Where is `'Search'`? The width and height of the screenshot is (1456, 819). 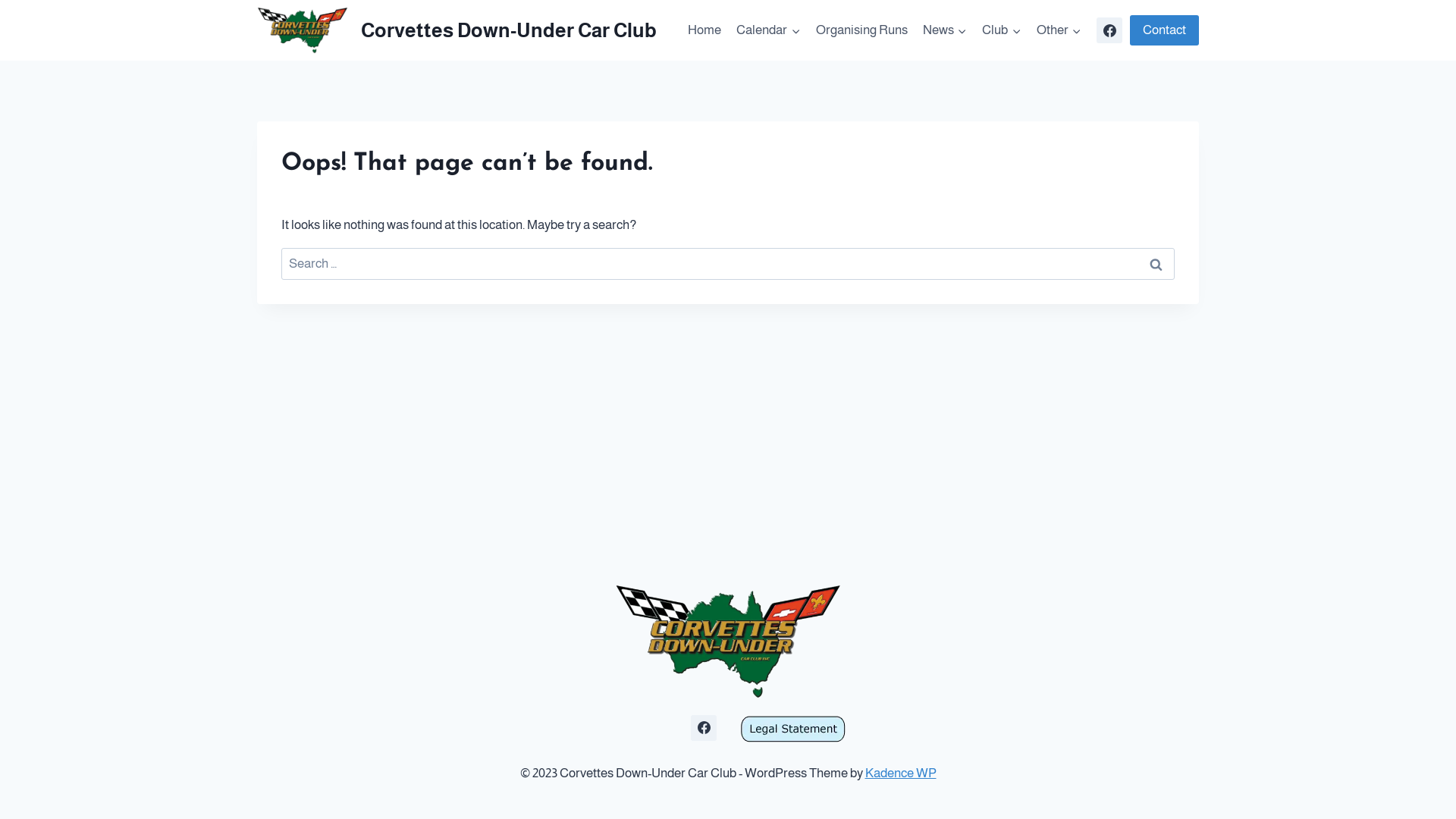
'Search' is located at coordinates (1154, 263).